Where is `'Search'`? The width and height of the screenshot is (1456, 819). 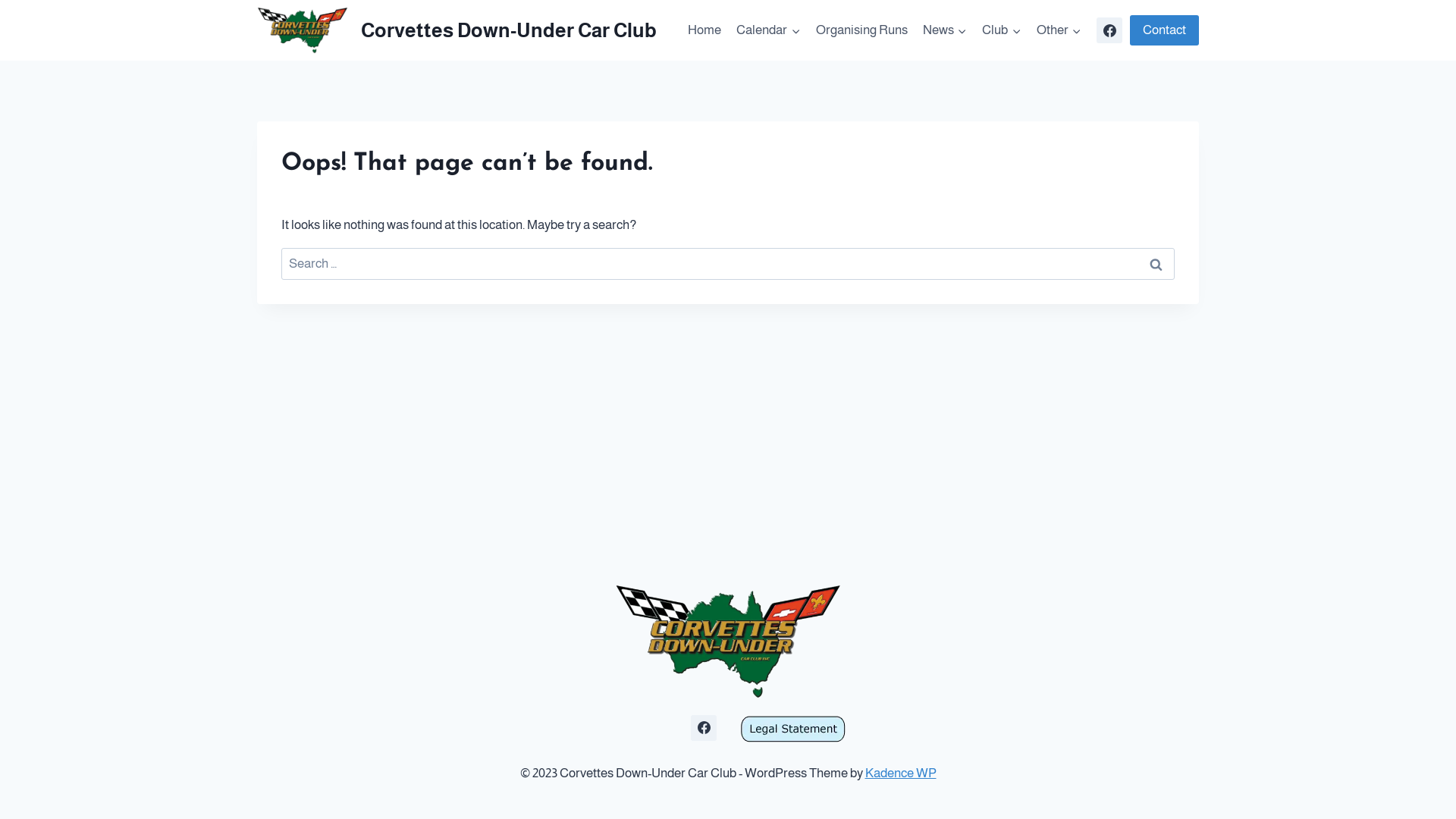
'Search' is located at coordinates (1154, 263).